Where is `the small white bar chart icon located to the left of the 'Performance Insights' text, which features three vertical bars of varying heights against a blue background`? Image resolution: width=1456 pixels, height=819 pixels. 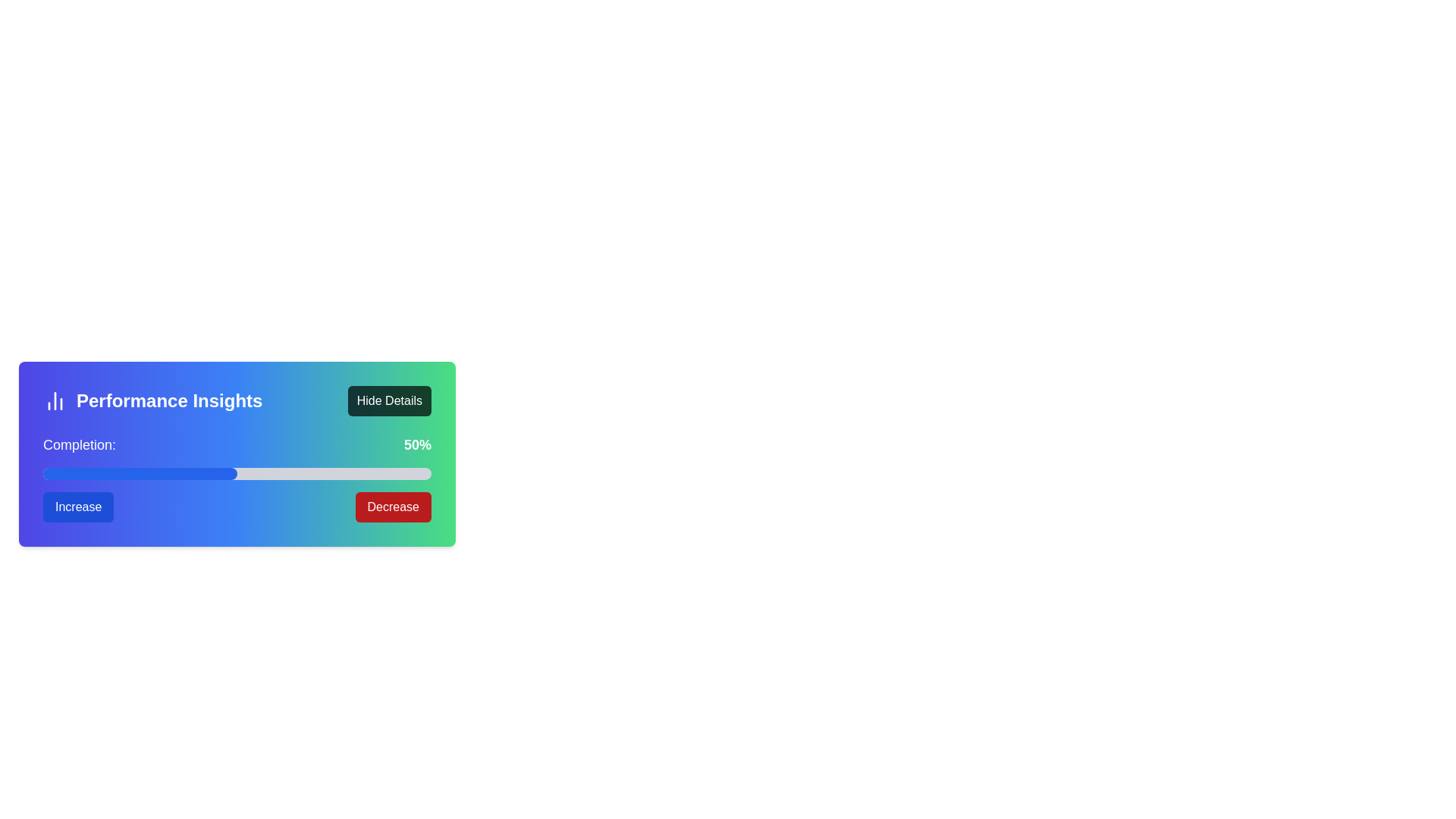
the small white bar chart icon located to the left of the 'Performance Insights' text, which features three vertical bars of varying heights against a blue background is located at coordinates (55, 400).